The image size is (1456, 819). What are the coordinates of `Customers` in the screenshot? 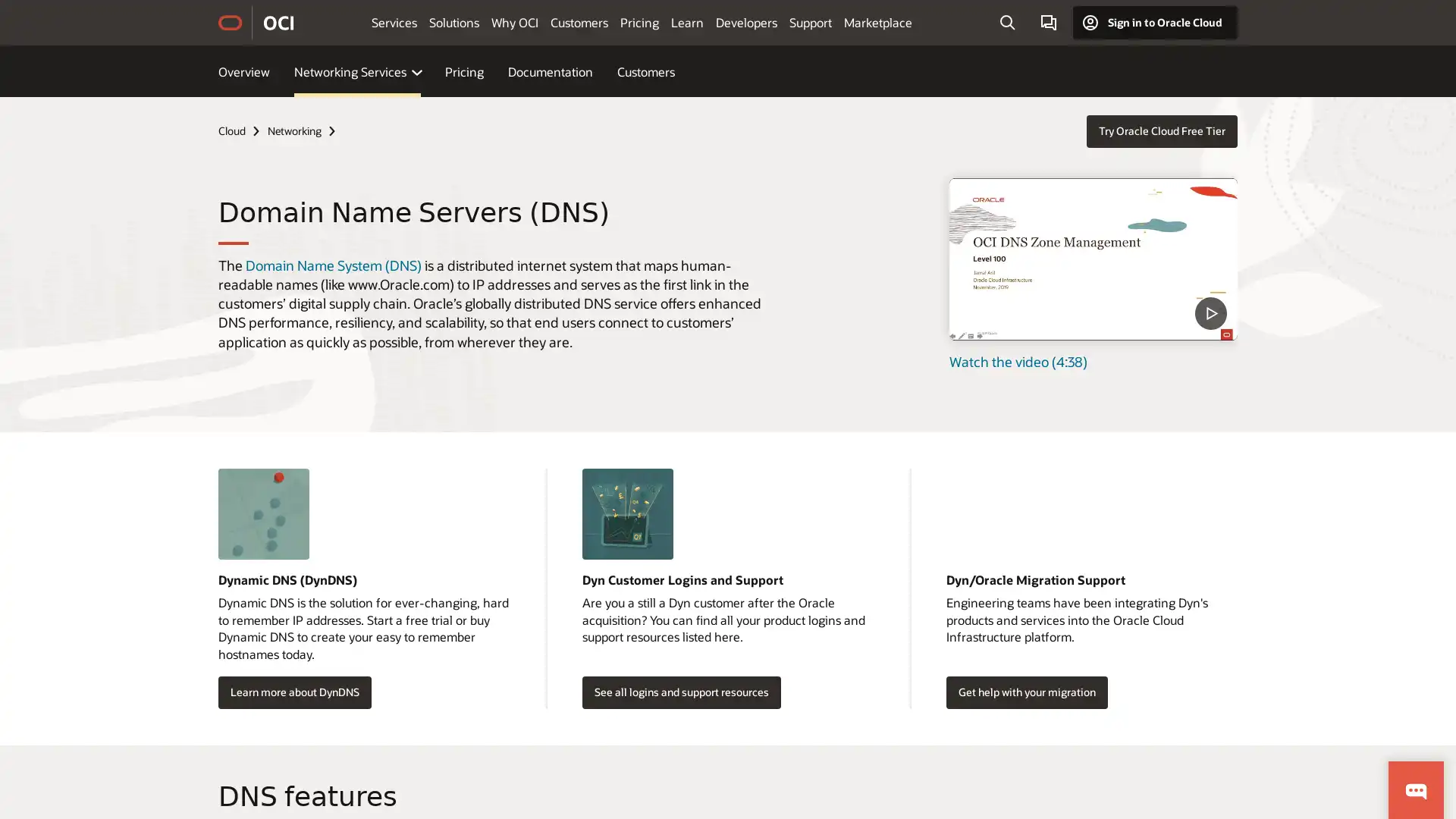 It's located at (578, 22).